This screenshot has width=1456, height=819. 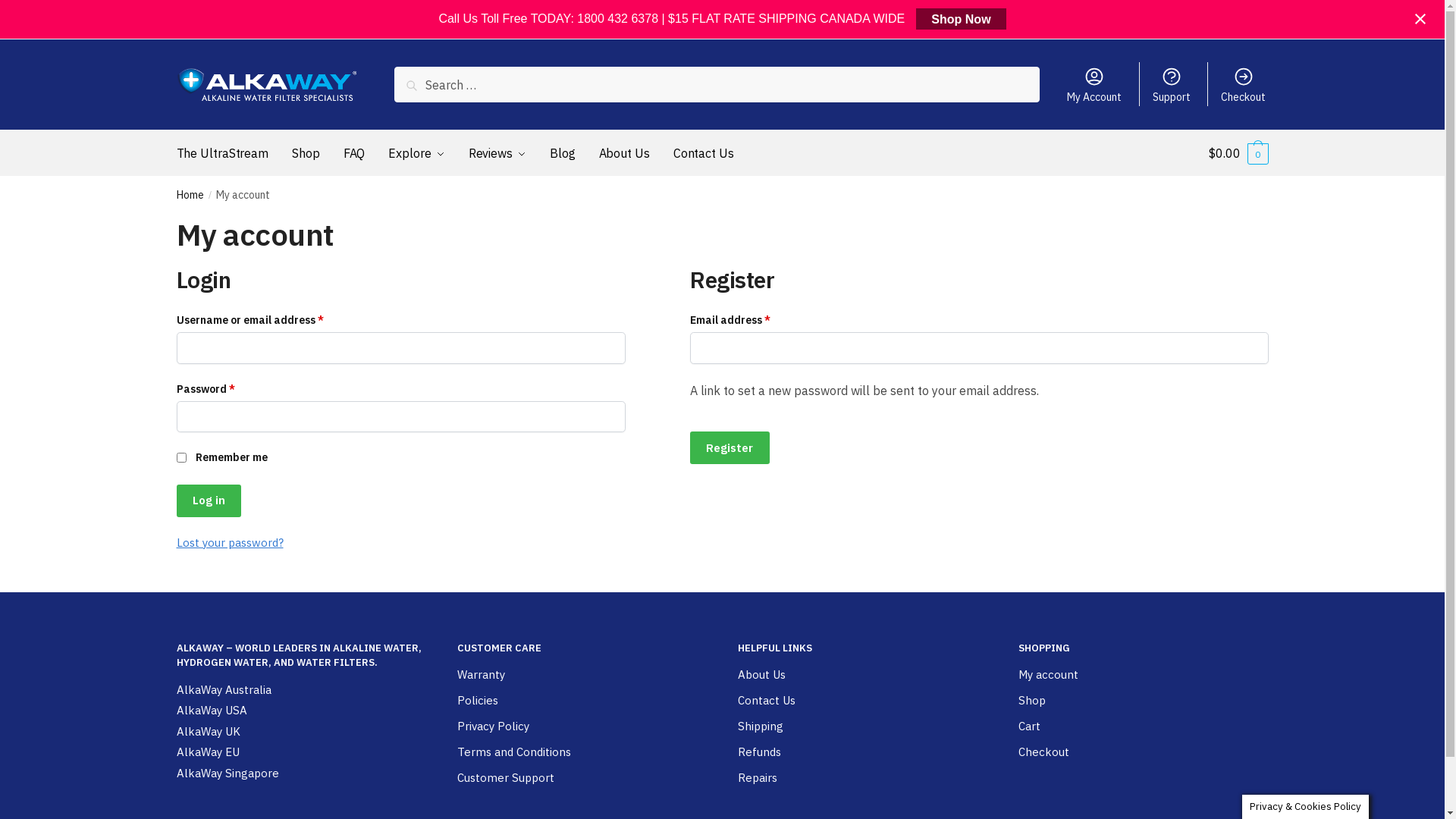 I want to click on 'Checkout', so click(x=1244, y=84).